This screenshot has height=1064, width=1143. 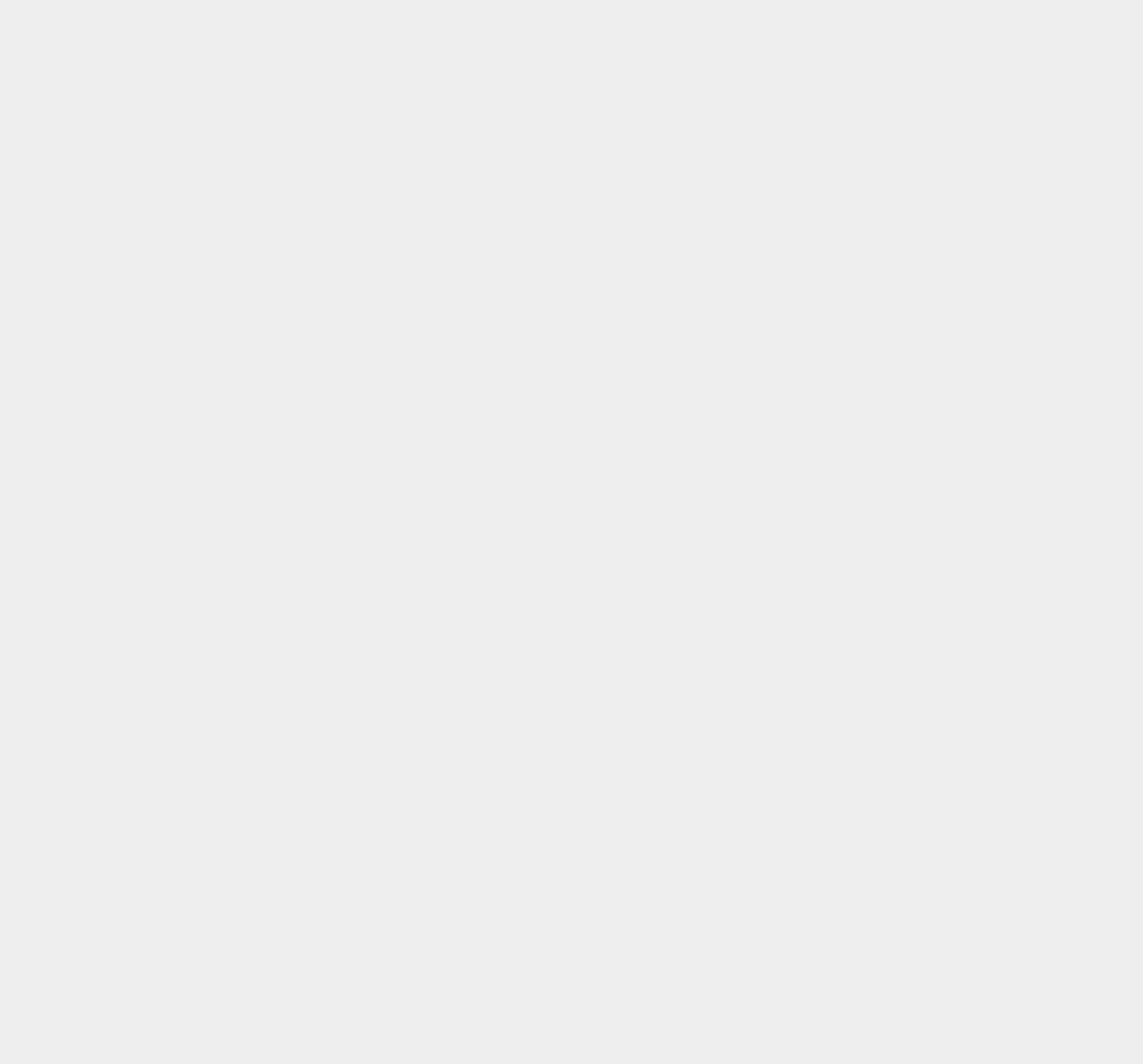 What do you see at coordinates (864, 557) in the screenshot?
I see `'Social Media Tools'` at bounding box center [864, 557].